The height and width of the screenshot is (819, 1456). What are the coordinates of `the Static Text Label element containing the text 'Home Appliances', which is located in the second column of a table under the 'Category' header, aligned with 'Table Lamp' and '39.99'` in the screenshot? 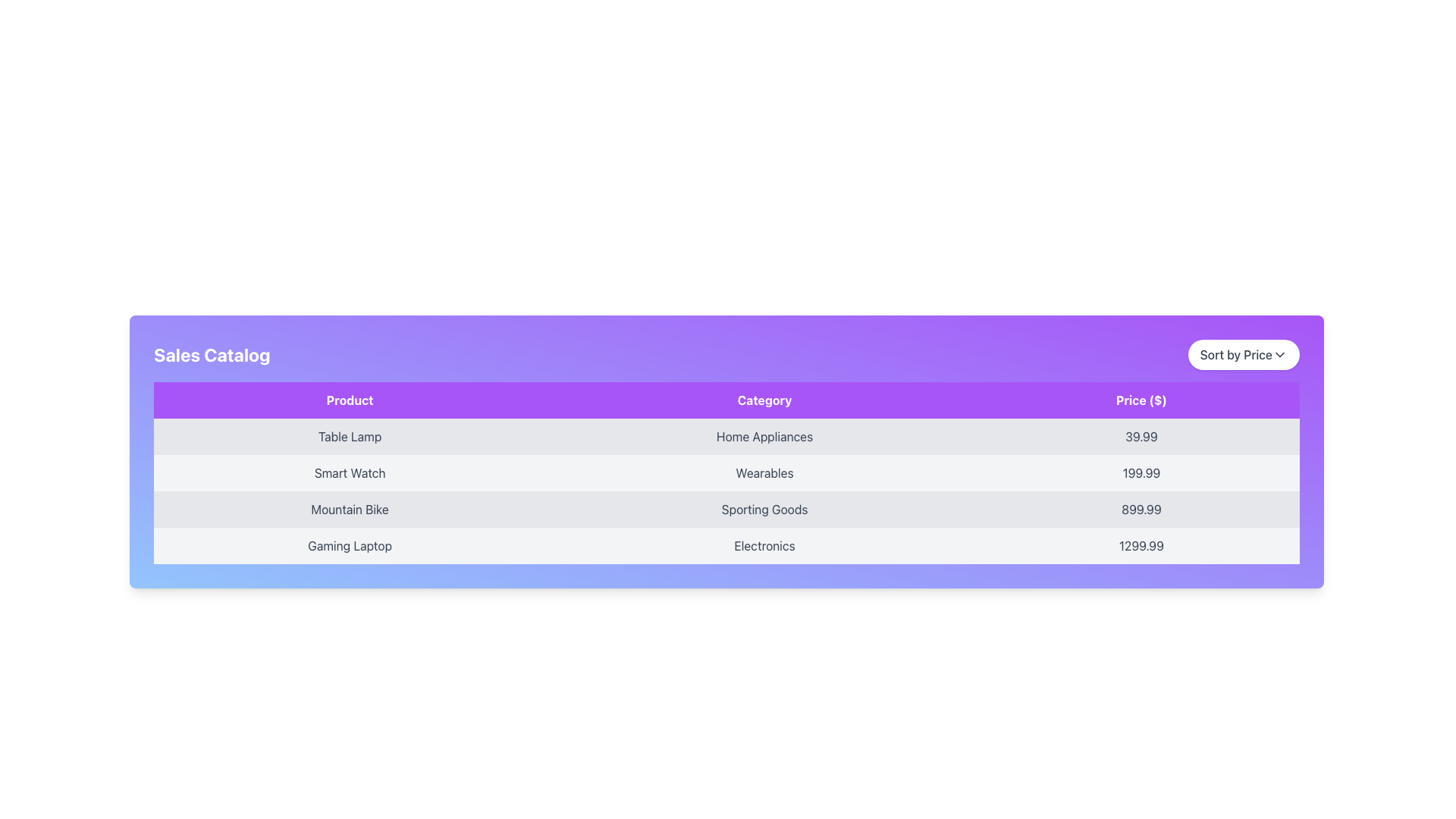 It's located at (764, 436).